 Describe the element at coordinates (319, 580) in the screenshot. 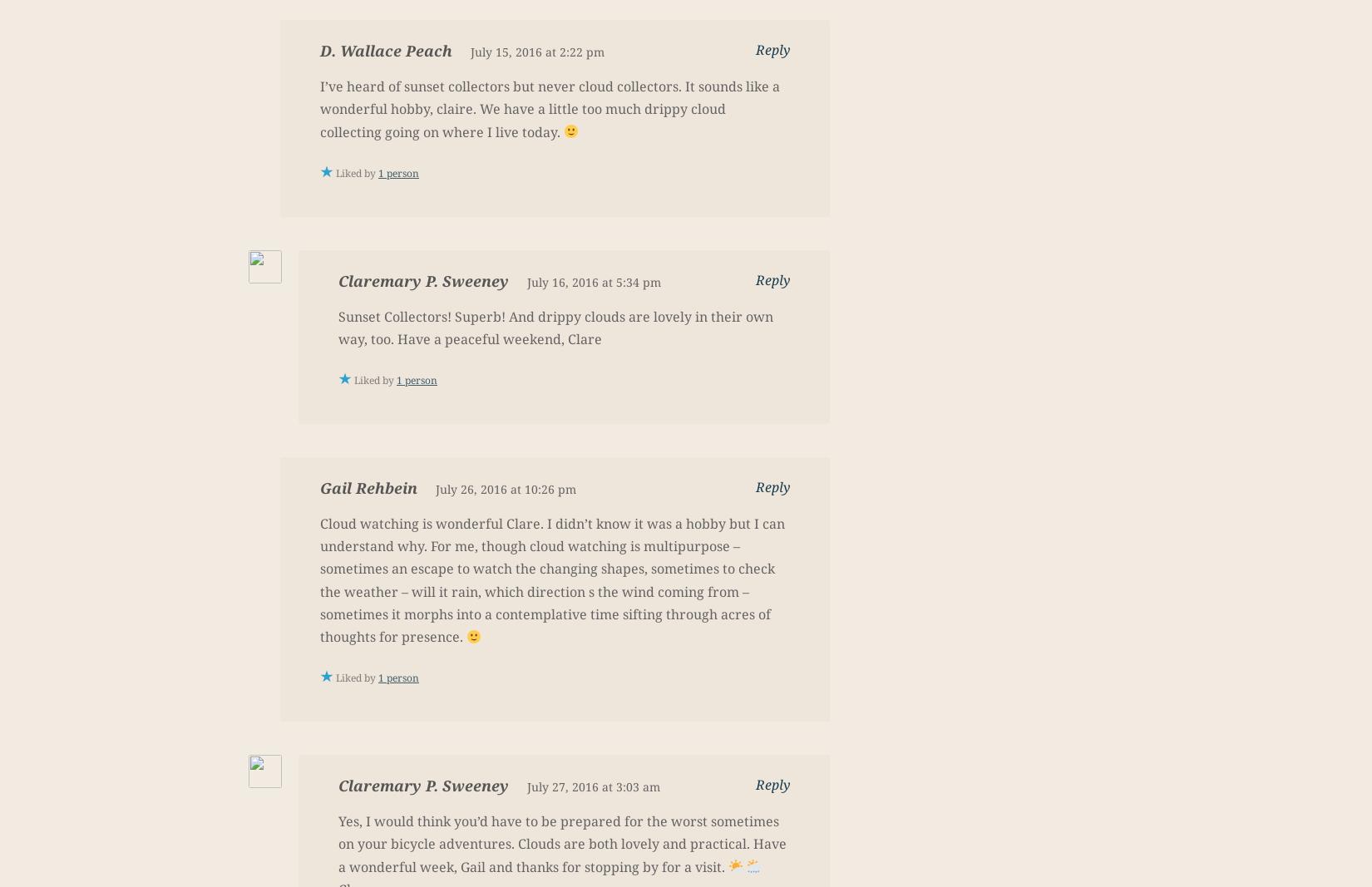

I see `'Cloud watching is wonderful Clare. I didn’t know it was a hobby but I can understand why. For me, though cloud watching is multipurpose – sometimes an escape to watch the changing shapes, sometimes to check the weather – will it rain, which direction s the wind coming from – sometimes it morphs into a contemplative time sifting through acres of thoughts for presence.'` at that location.